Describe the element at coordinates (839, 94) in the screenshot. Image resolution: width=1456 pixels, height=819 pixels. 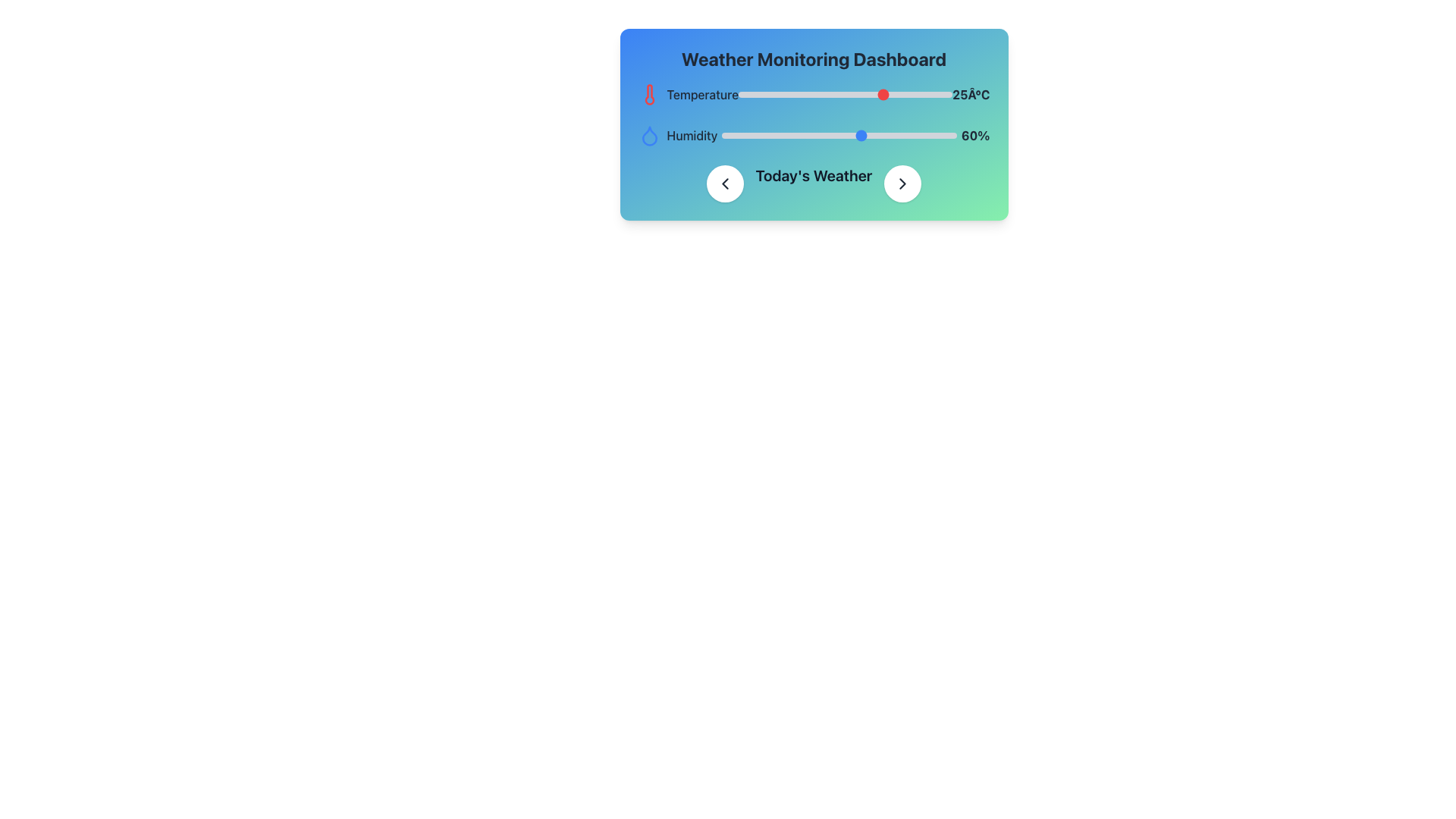
I see `temperature` at that location.